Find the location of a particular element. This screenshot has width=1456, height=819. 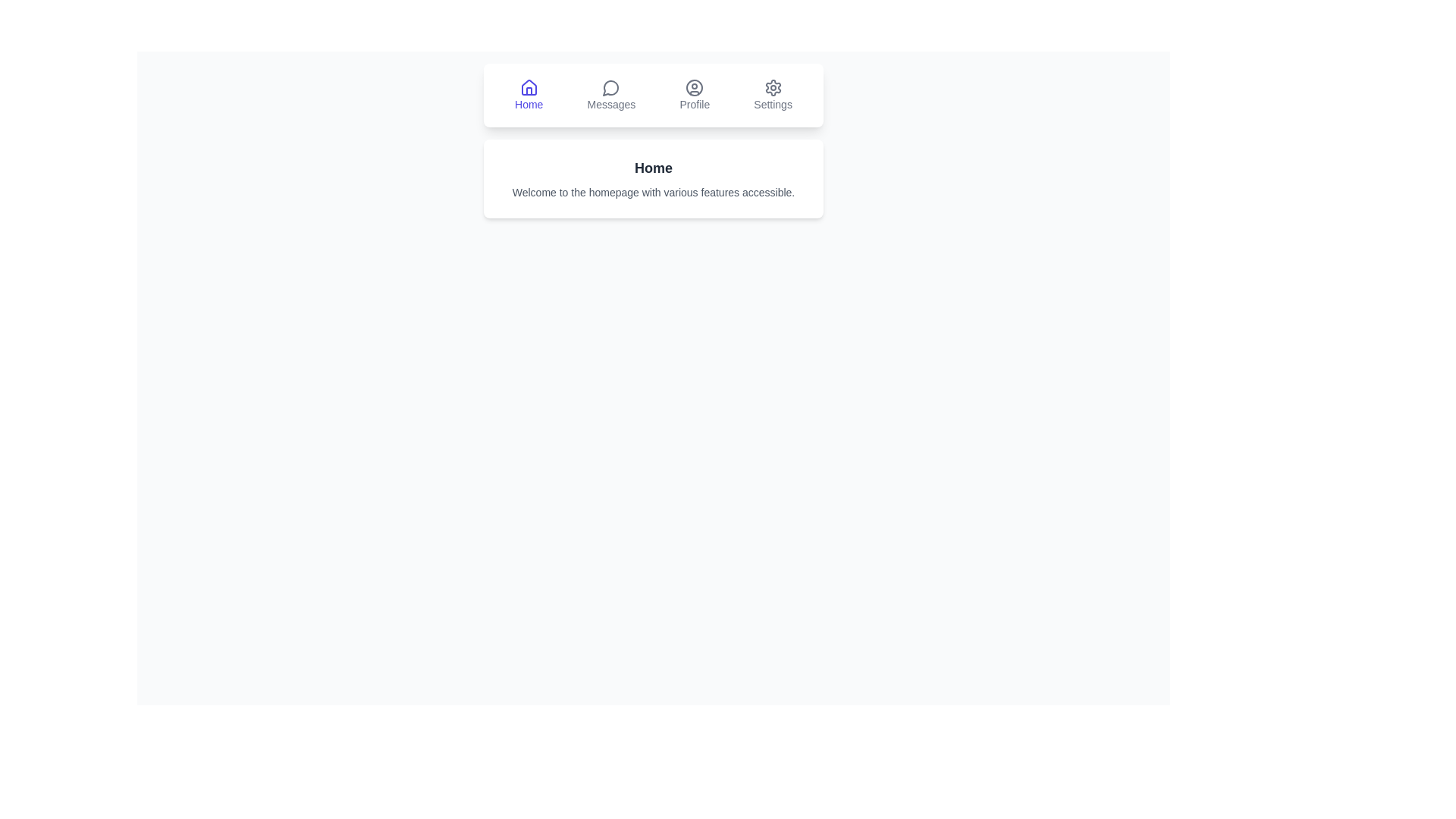

the tab labeled Home to view its description is located at coordinates (528, 96).